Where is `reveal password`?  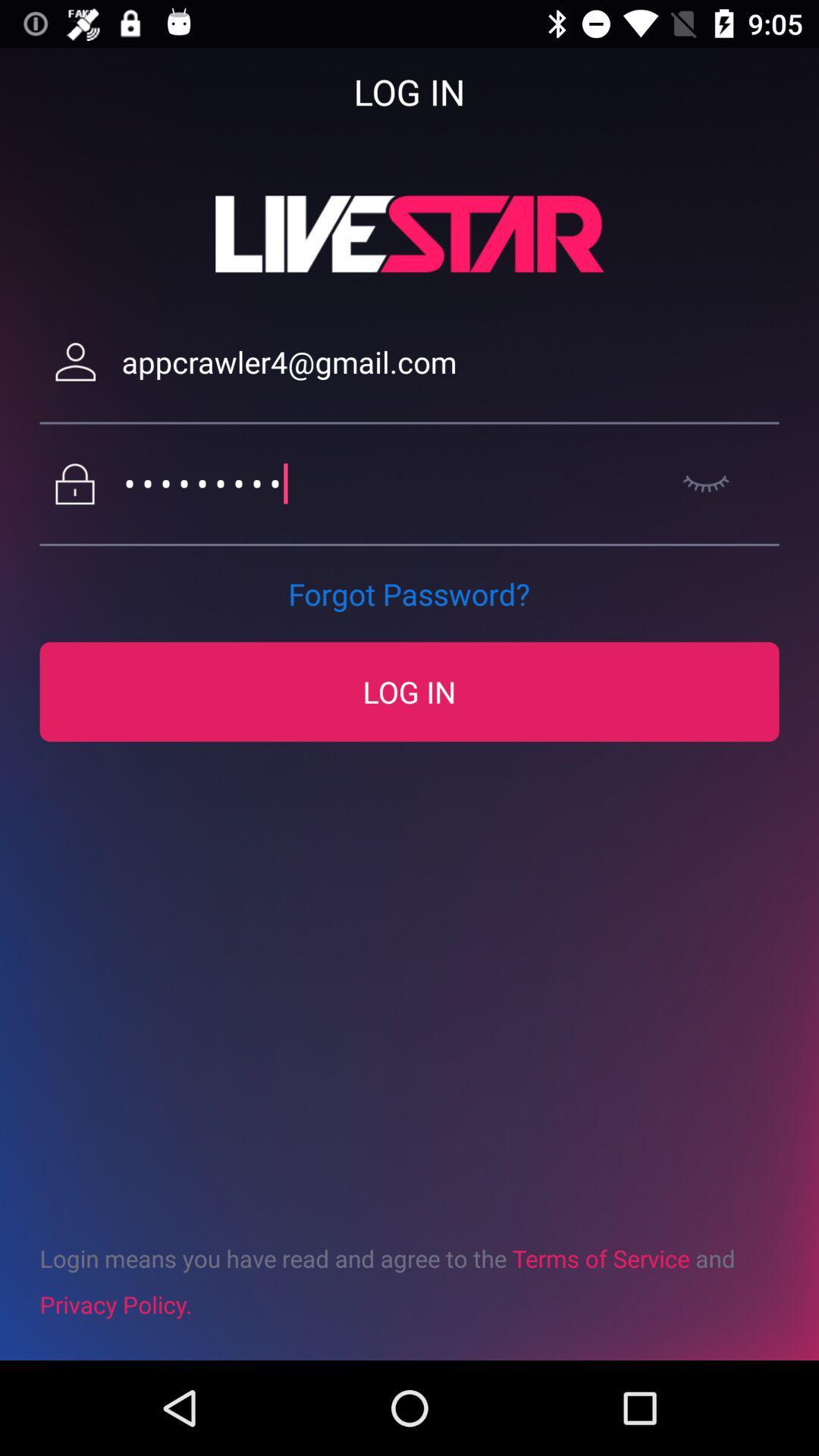 reveal password is located at coordinates (706, 483).